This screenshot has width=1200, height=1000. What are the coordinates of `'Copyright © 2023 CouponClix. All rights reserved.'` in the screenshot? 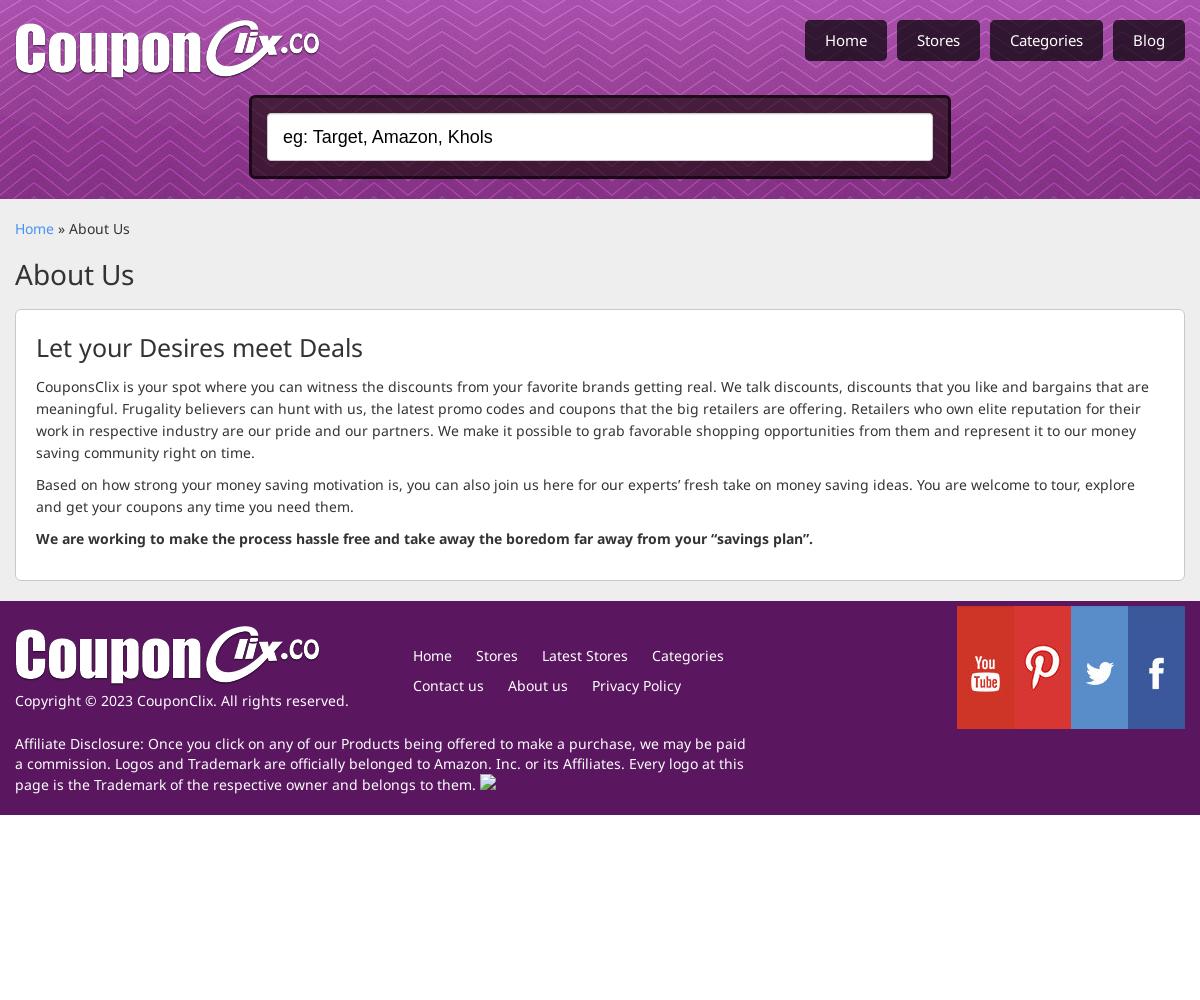 It's located at (181, 698).